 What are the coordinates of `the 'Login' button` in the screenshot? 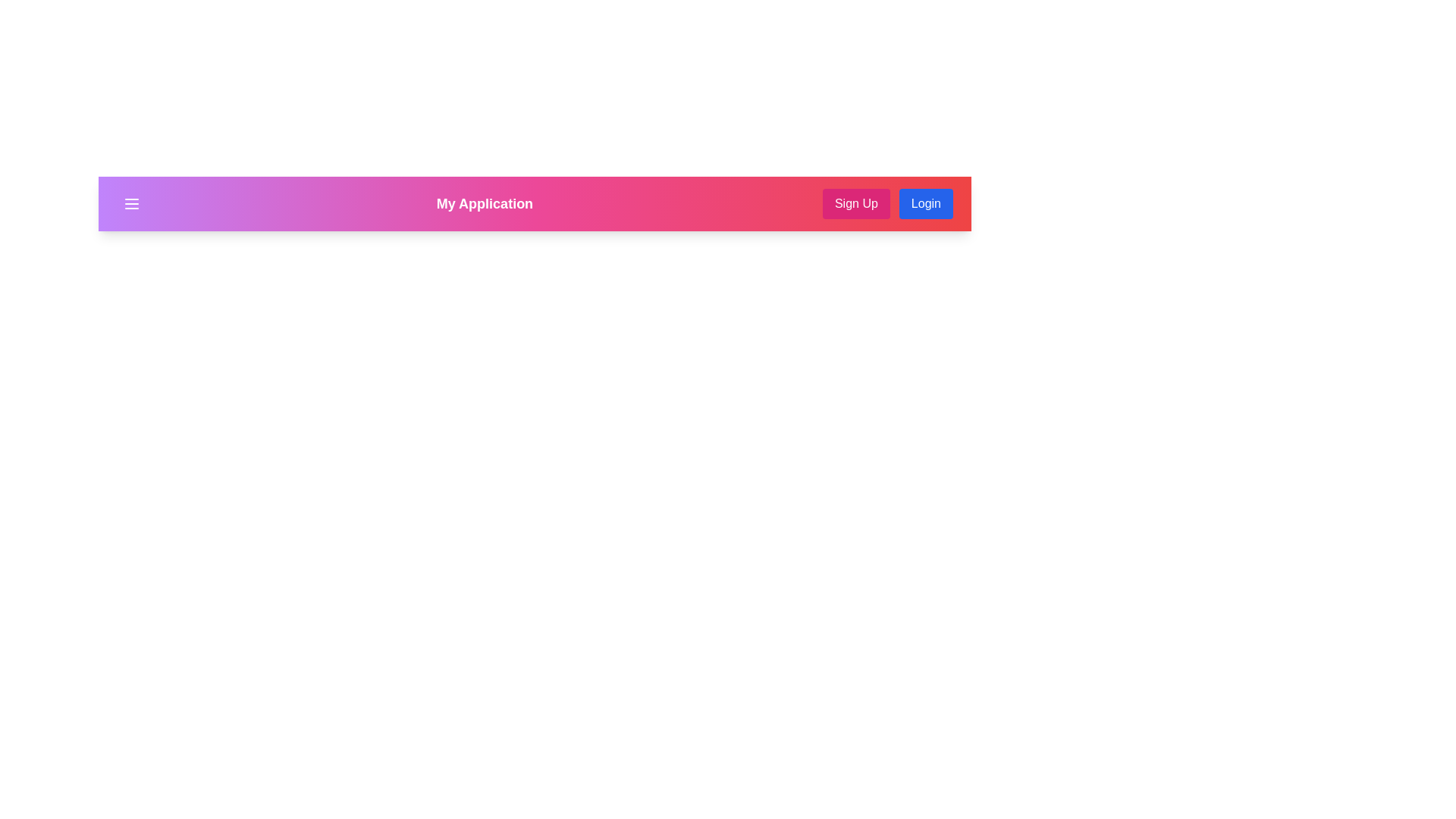 It's located at (924, 203).